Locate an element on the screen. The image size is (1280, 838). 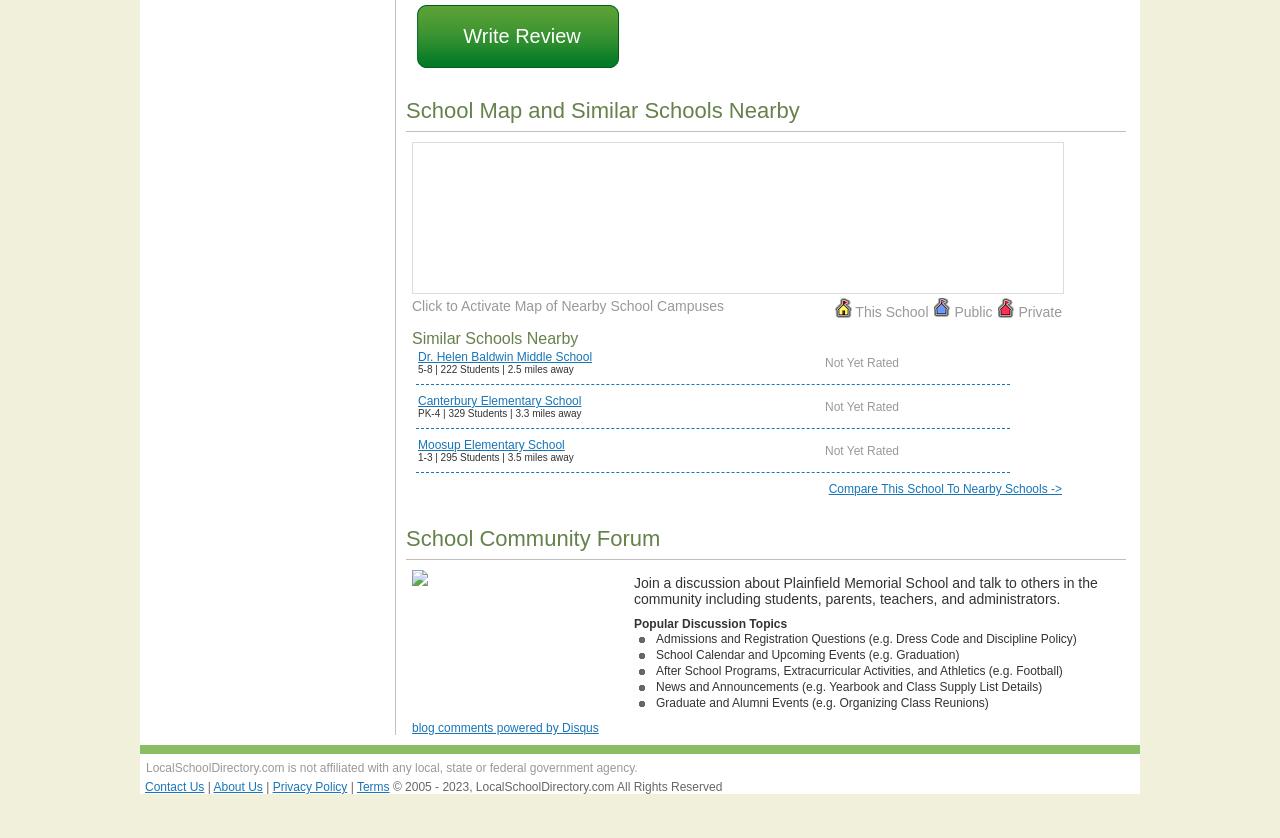
'Similar Schools Nearby' is located at coordinates (494, 337).